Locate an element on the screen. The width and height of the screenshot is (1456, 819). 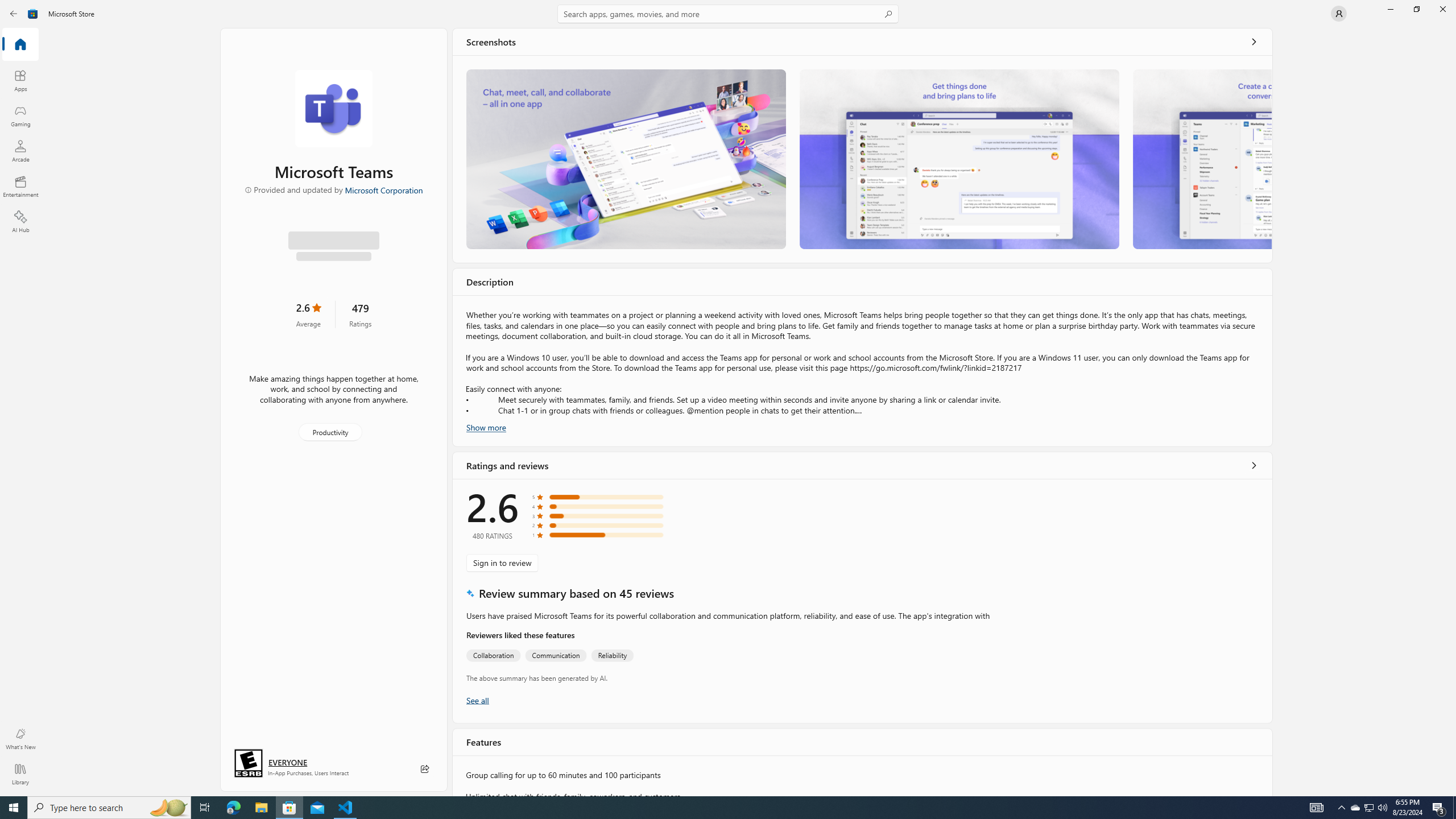
'Class: Image' is located at coordinates (32, 13).